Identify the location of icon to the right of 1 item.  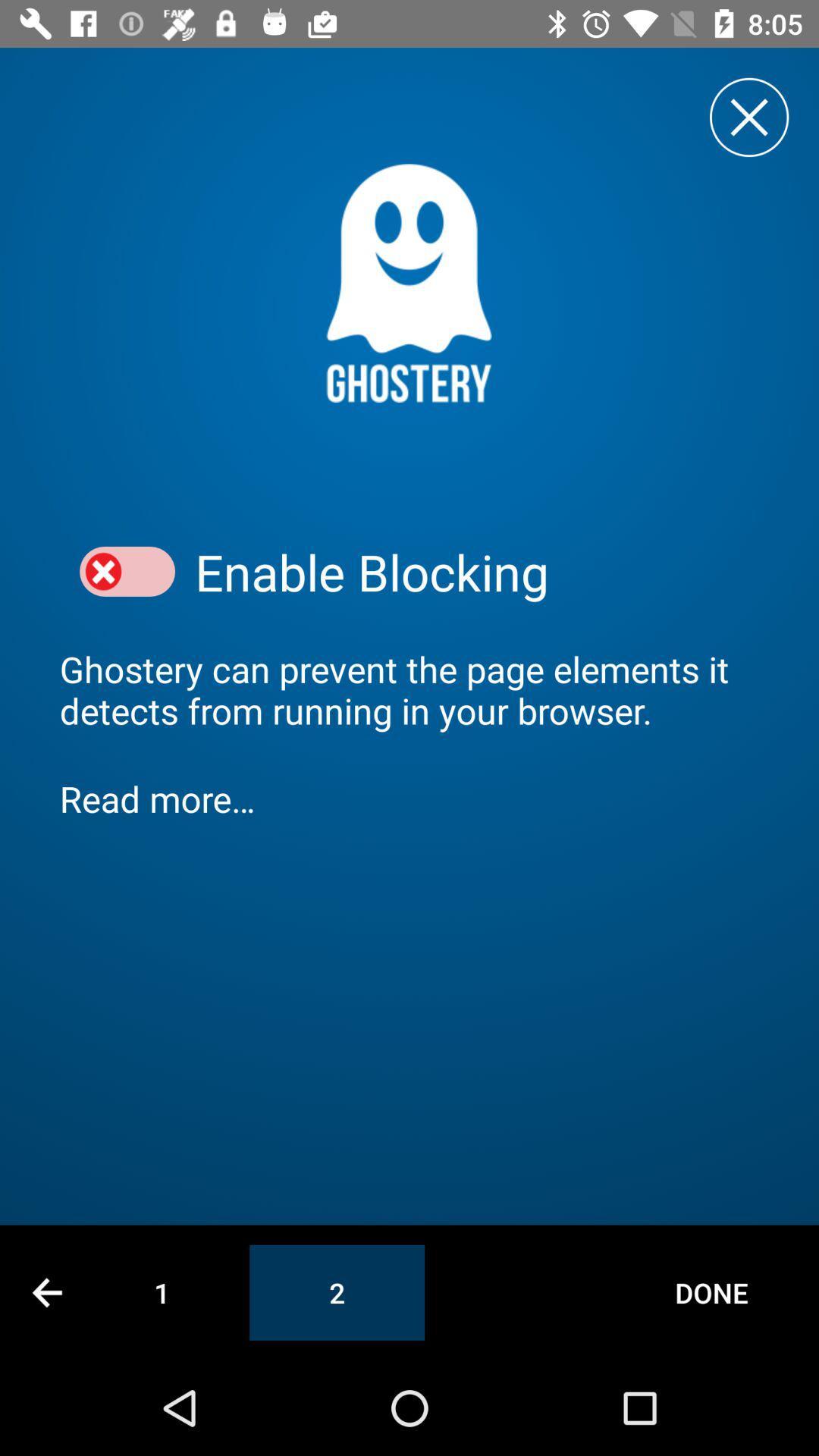
(336, 1291).